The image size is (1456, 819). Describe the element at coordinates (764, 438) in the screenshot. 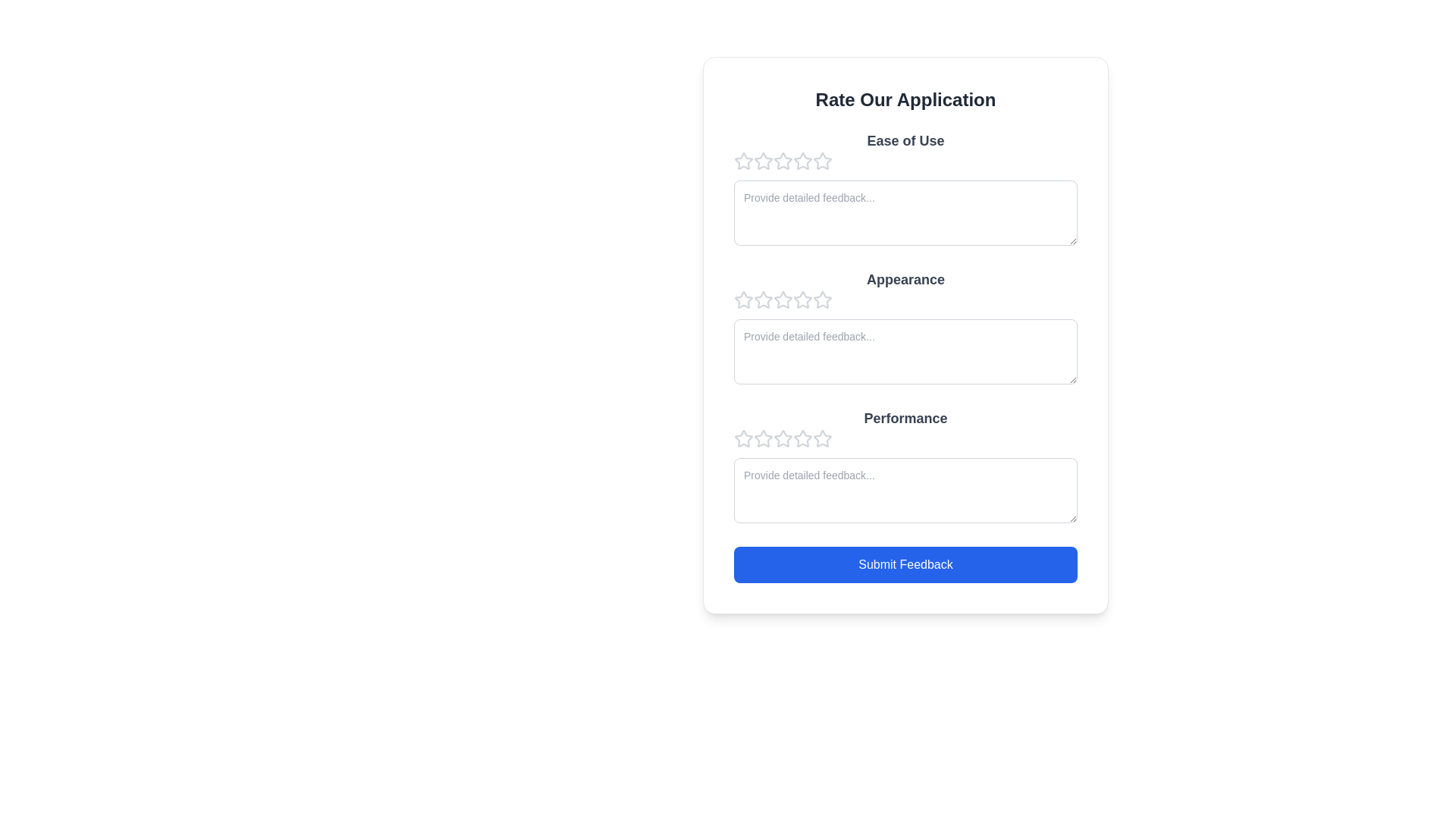

I see `the first star in the third row of the star rating component for the 'Performance' section` at that location.